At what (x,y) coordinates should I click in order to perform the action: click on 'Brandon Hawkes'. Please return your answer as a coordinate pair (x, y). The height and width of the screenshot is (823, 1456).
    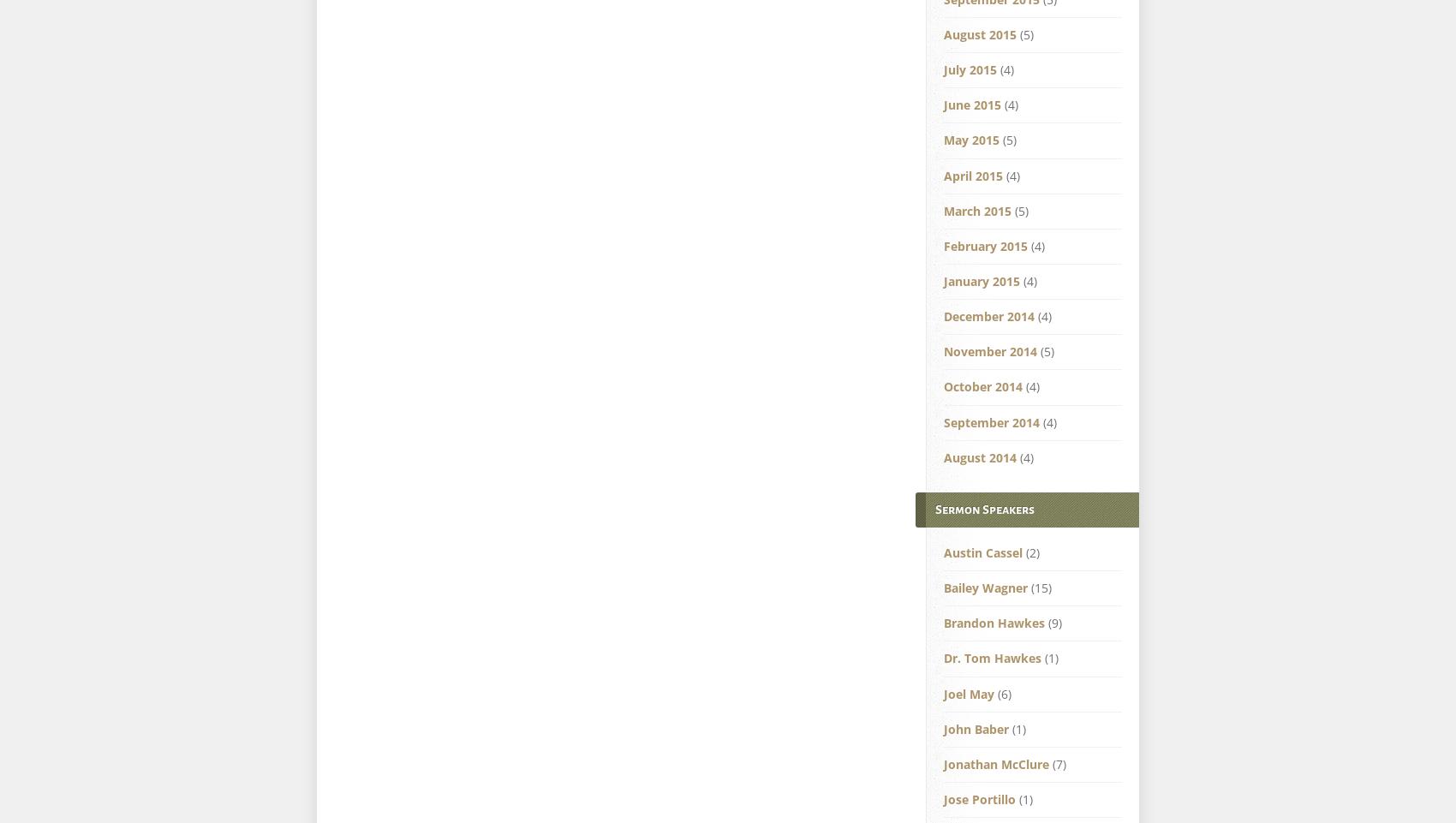
    Looking at the image, I should click on (994, 623).